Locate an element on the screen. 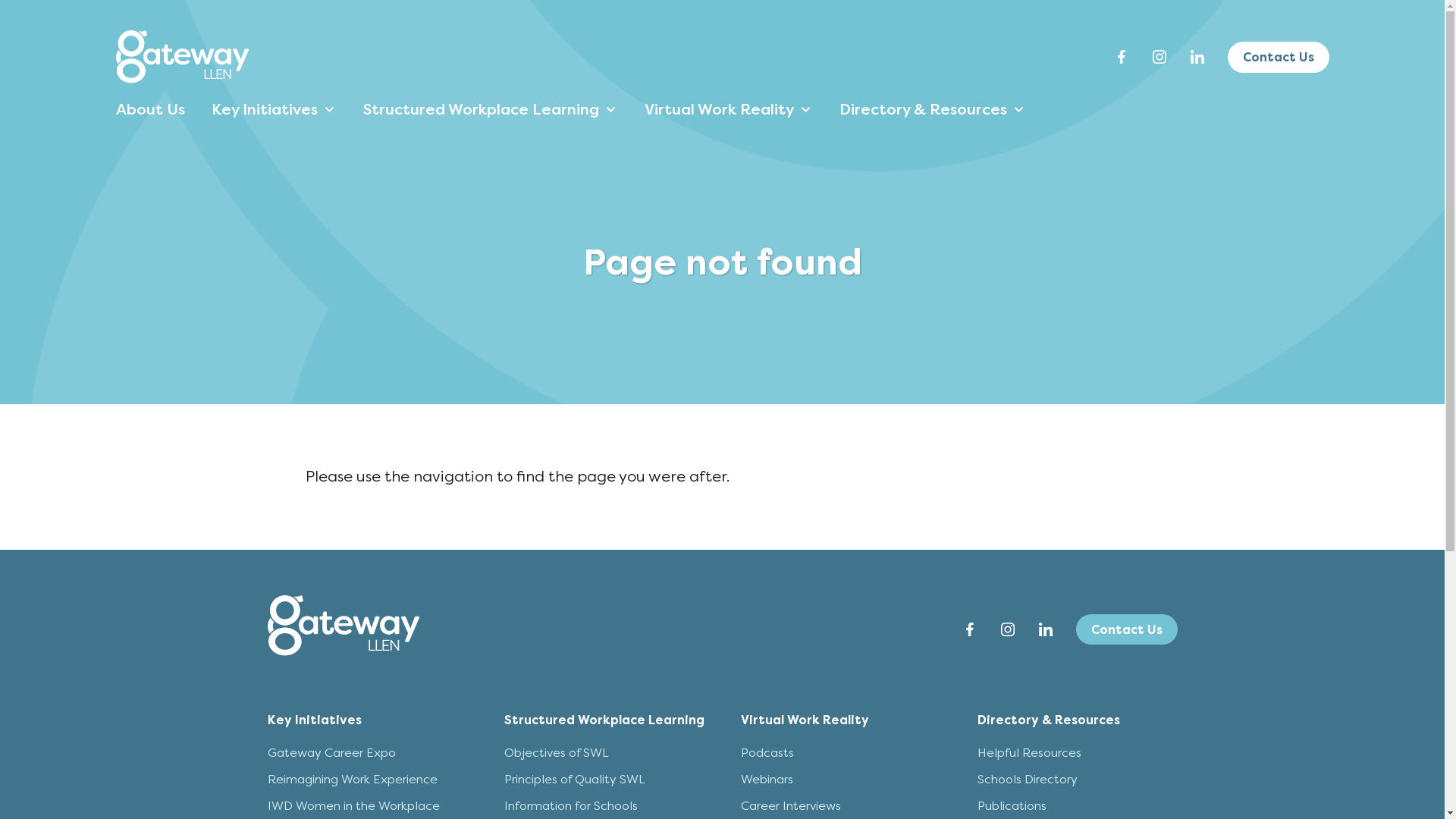 The width and height of the screenshot is (1456, 819). 'Key Initiatives' is located at coordinates (271, 109).